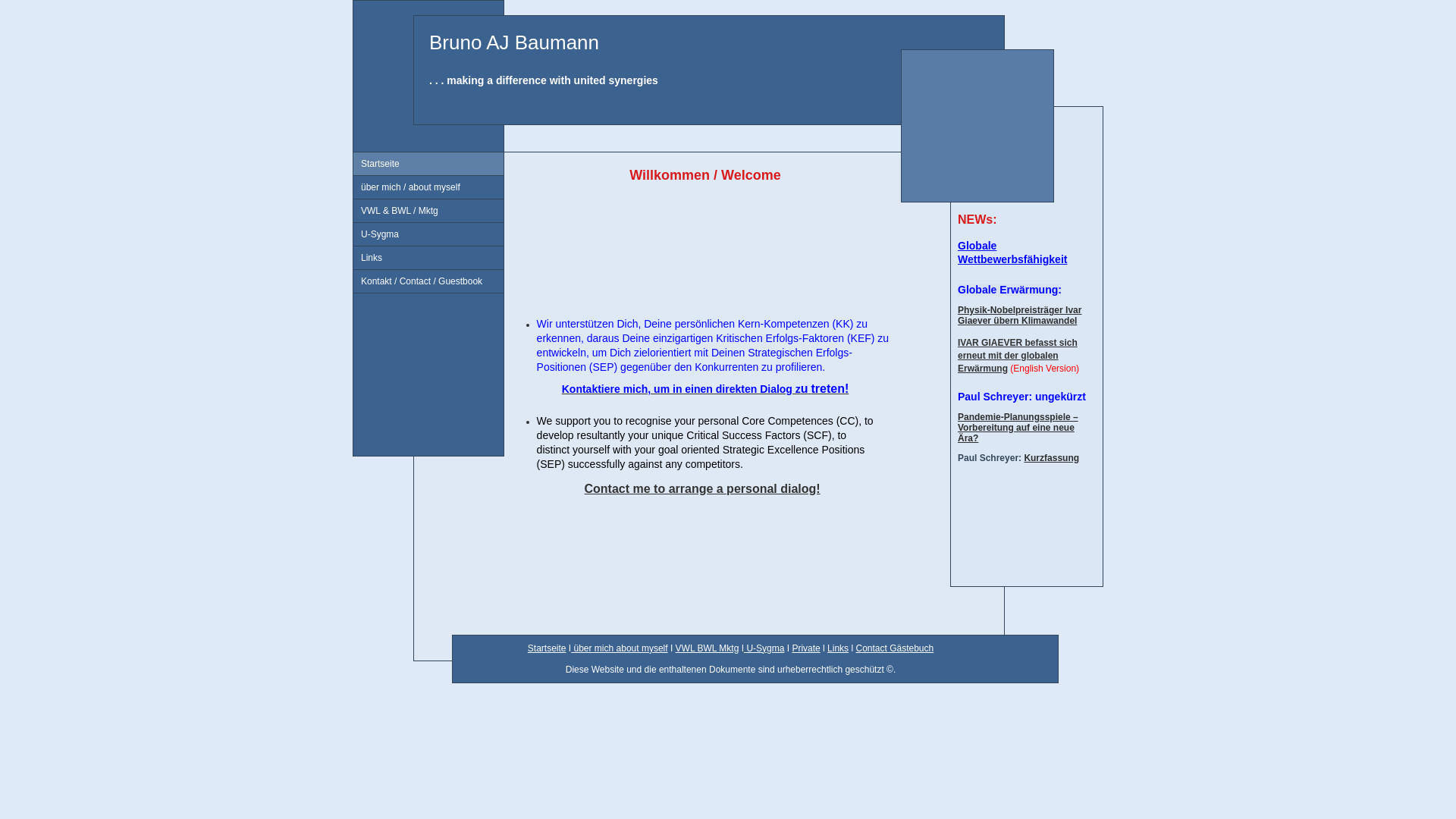 The width and height of the screenshot is (1456, 819). What do you see at coordinates (836, 648) in the screenshot?
I see `'Links'` at bounding box center [836, 648].